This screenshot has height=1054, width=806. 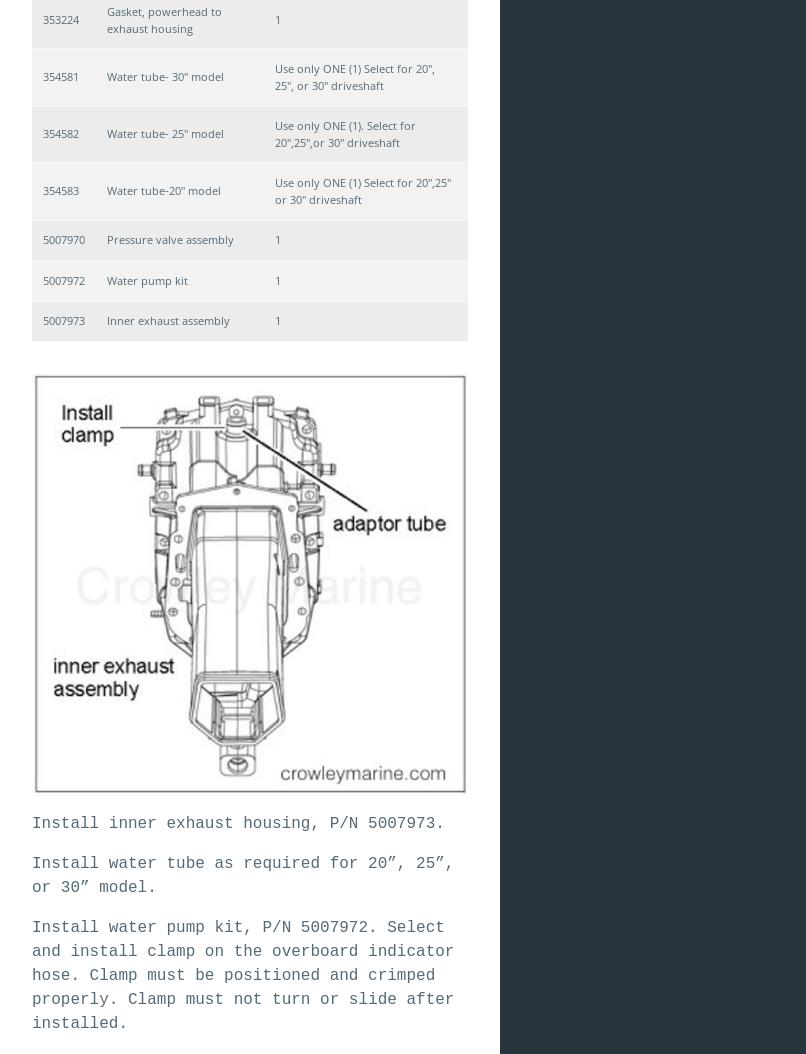 What do you see at coordinates (106, 19) in the screenshot?
I see `'Gasket, powerhead to exhaust housing'` at bounding box center [106, 19].